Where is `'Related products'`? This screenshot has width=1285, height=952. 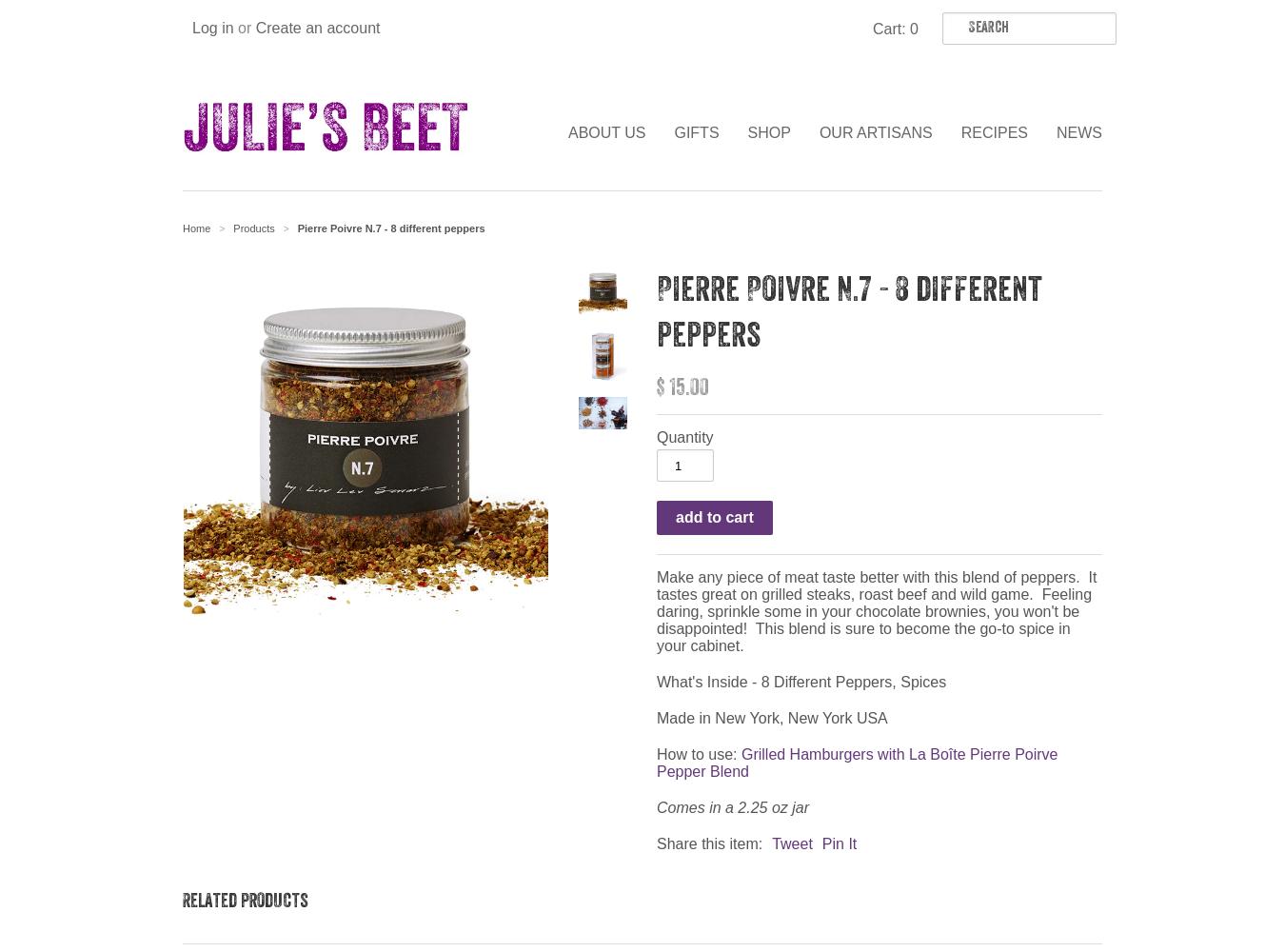
'Related products' is located at coordinates (244, 901).